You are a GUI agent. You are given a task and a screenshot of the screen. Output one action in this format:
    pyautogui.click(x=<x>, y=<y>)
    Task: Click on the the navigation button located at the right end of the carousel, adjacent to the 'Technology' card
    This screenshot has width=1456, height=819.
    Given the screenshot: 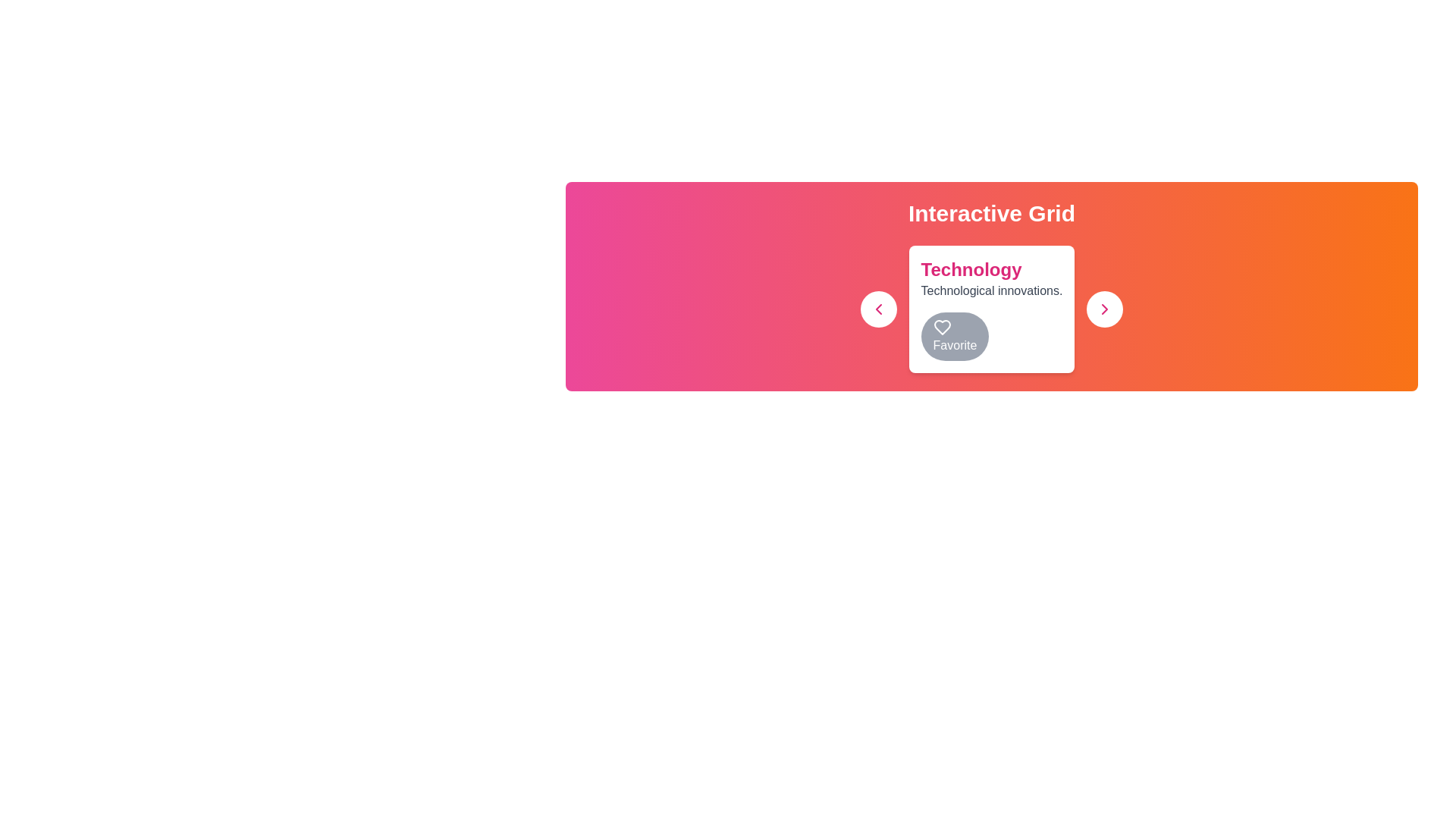 What is the action you would take?
    pyautogui.click(x=1105, y=309)
    